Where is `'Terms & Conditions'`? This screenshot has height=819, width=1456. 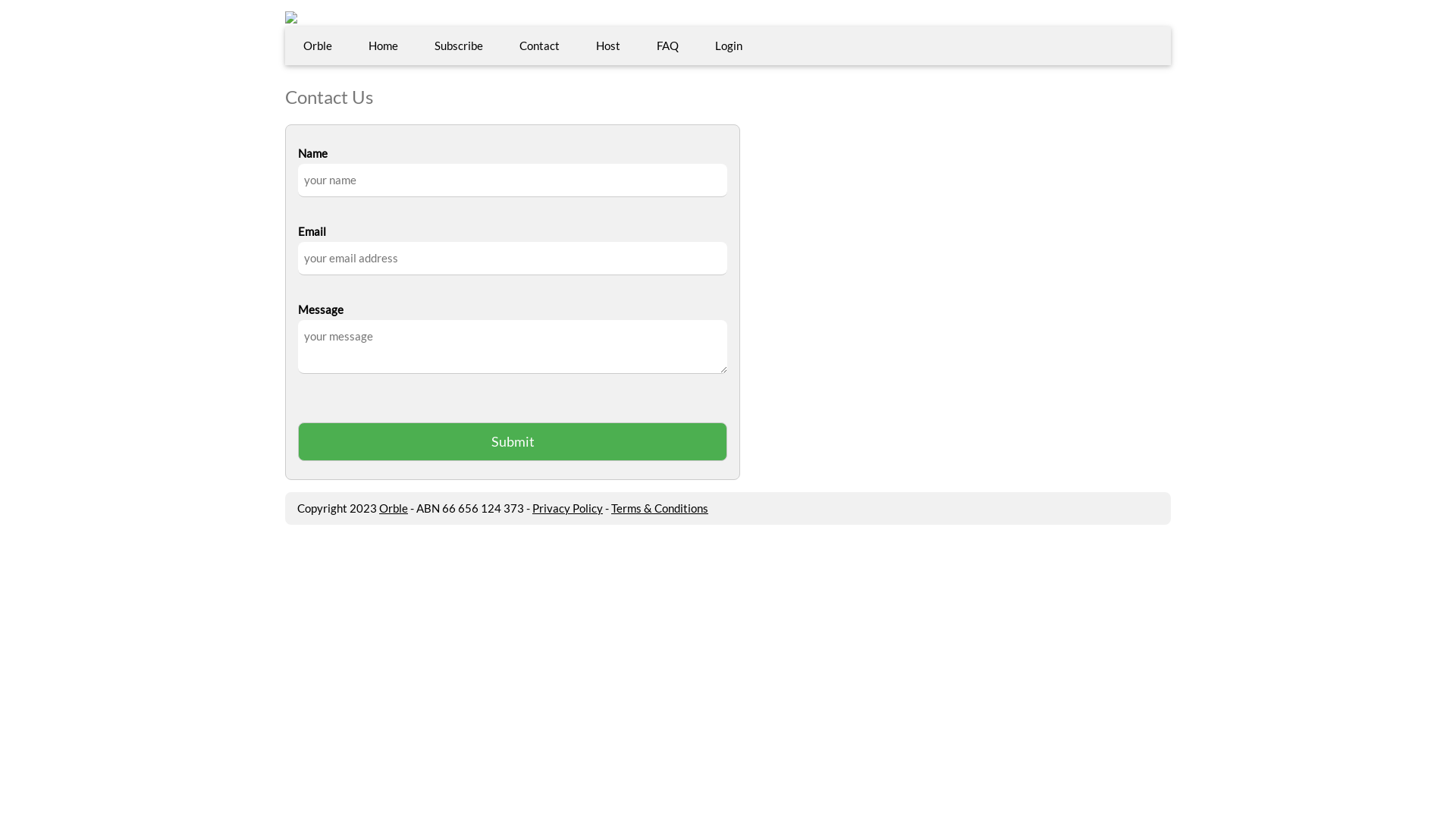 'Terms & Conditions' is located at coordinates (659, 508).